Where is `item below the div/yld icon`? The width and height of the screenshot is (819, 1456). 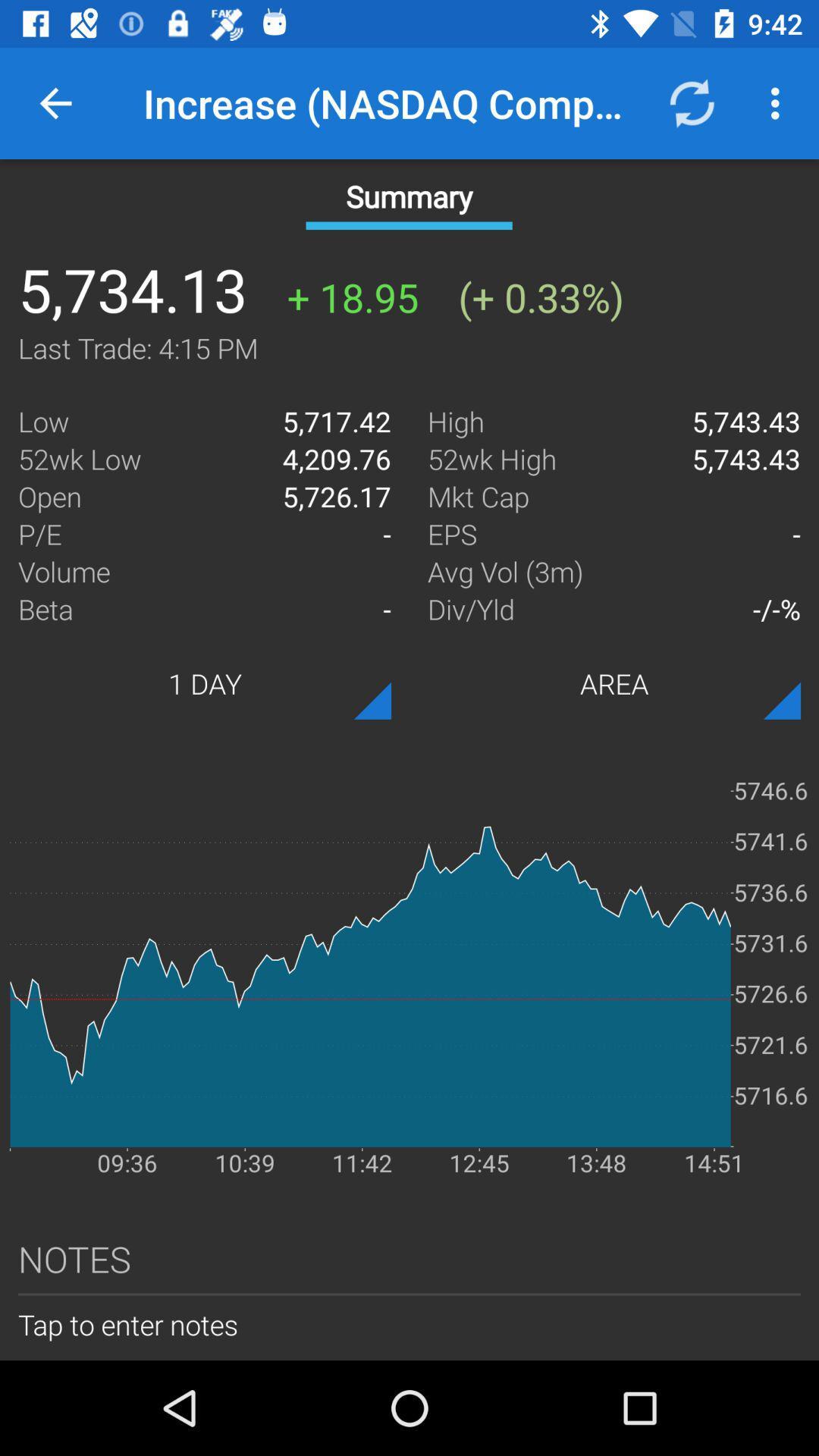
item below the div/yld icon is located at coordinates (614, 682).